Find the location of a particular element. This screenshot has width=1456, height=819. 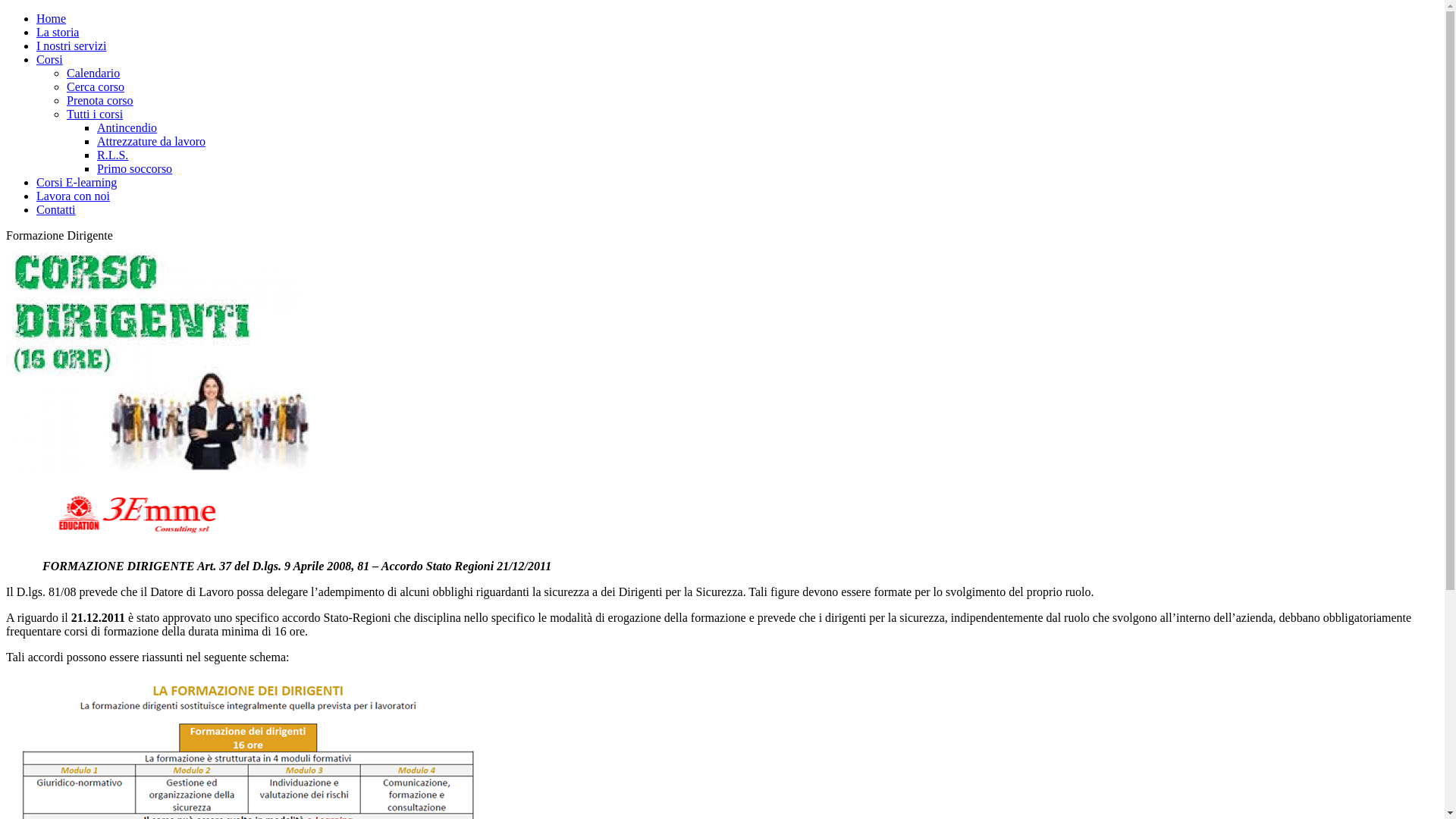

'Corsi E-learning' is located at coordinates (75, 181).